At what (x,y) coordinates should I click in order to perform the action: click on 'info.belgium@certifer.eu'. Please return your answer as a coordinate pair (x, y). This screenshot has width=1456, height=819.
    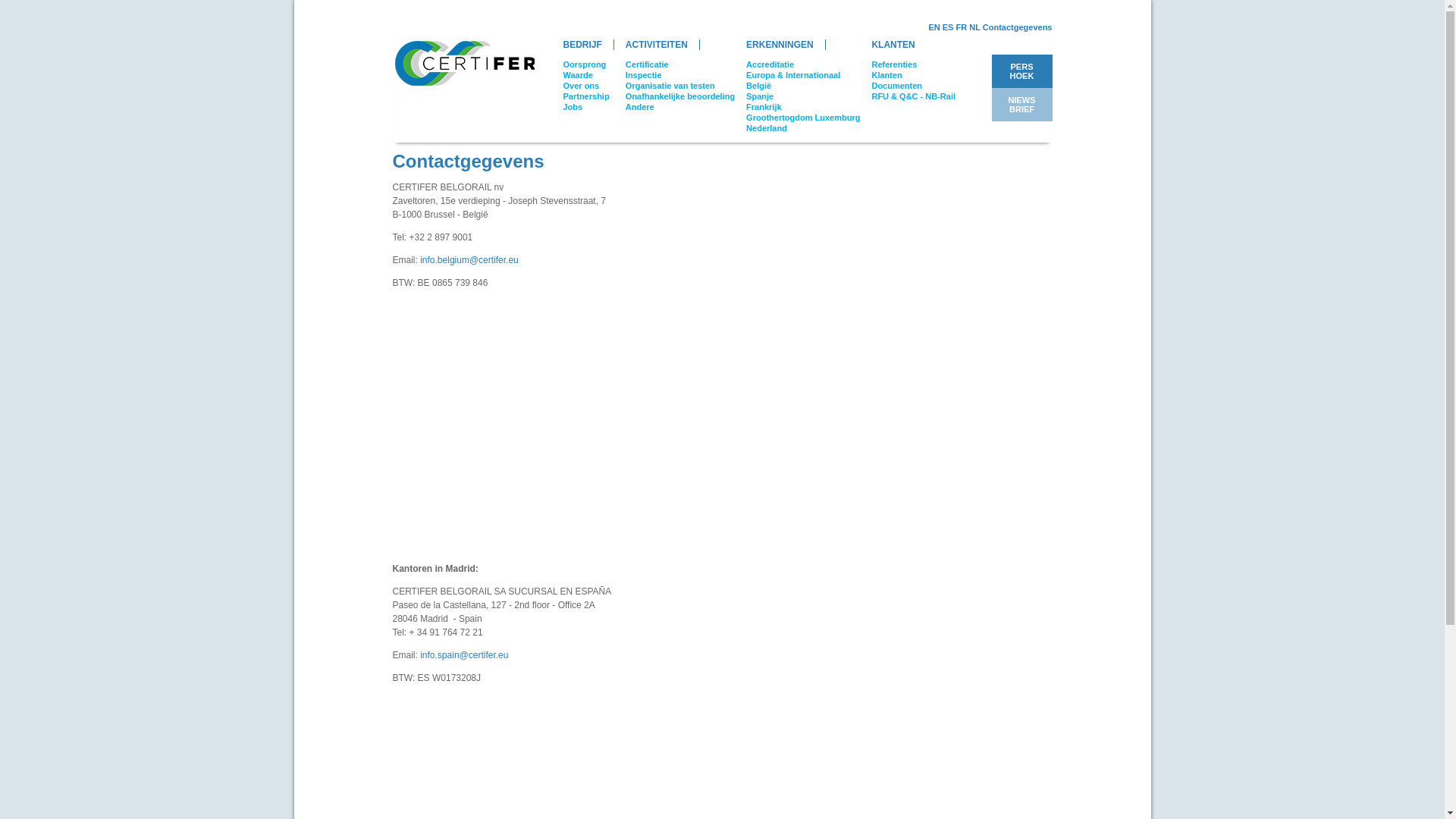
    Looking at the image, I should click on (469, 259).